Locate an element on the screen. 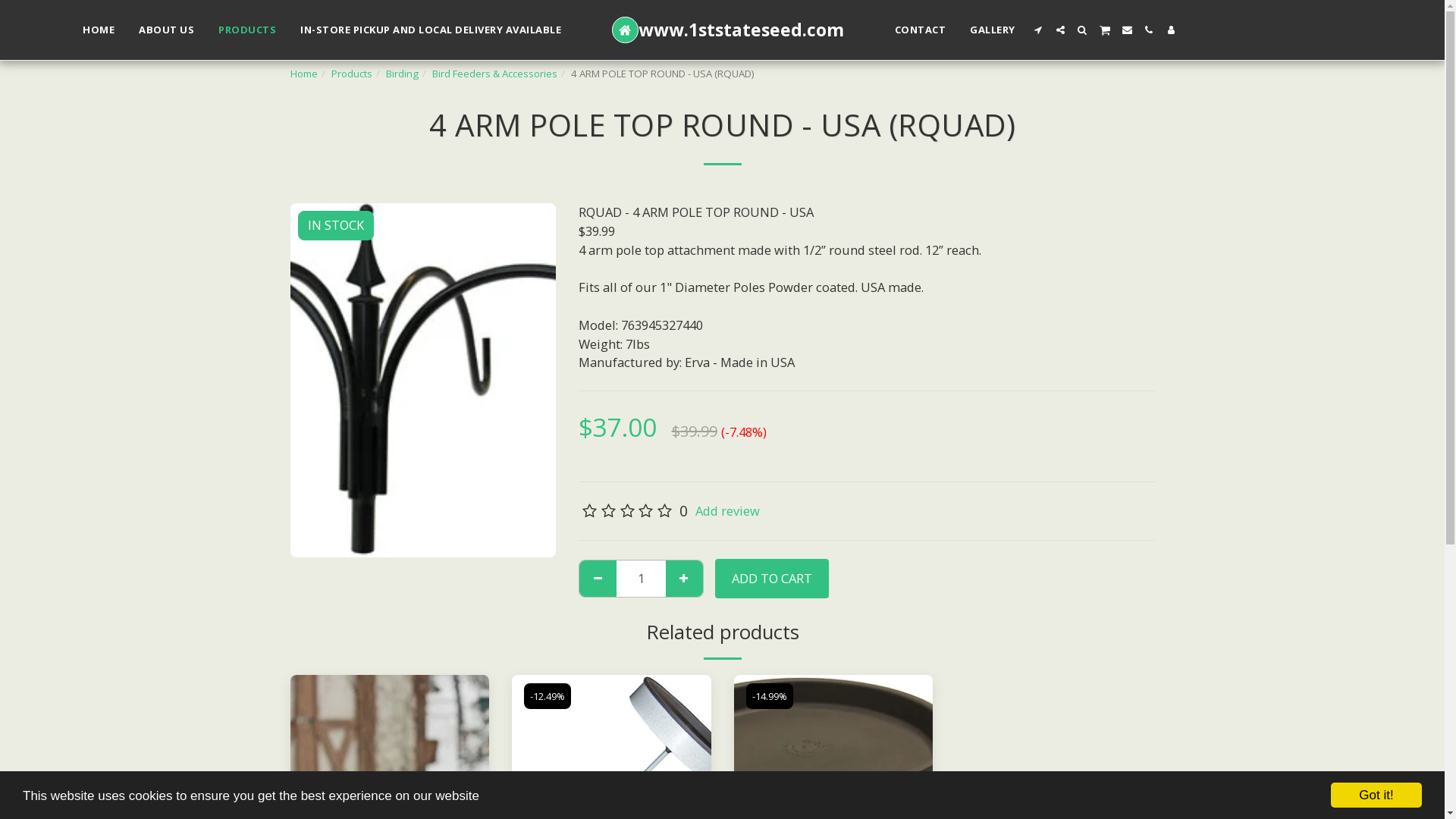  'Birding' is located at coordinates (385, 73).